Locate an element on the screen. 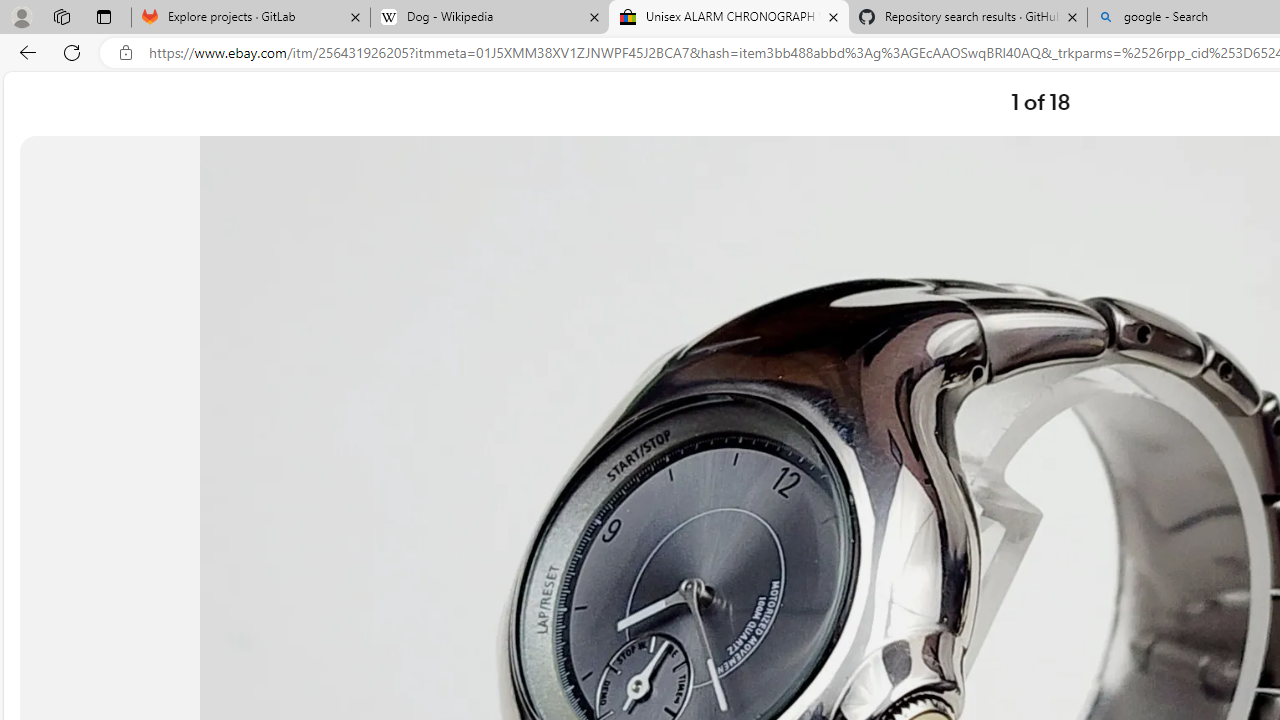 This screenshot has width=1280, height=720. 'Dog - Wikipedia' is located at coordinates (490, 17).